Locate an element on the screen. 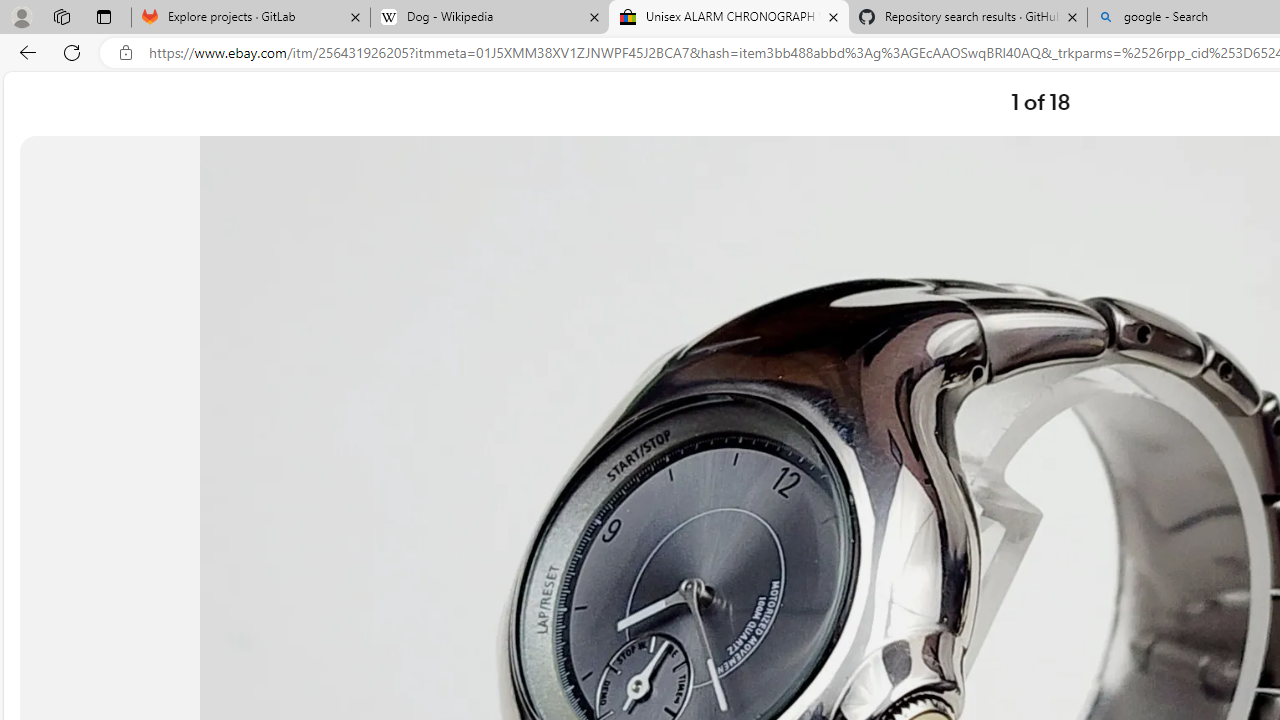 This screenshot has width=1280, height=720. 'Dog - Wikipedia' is located at coordinates (490, 17).